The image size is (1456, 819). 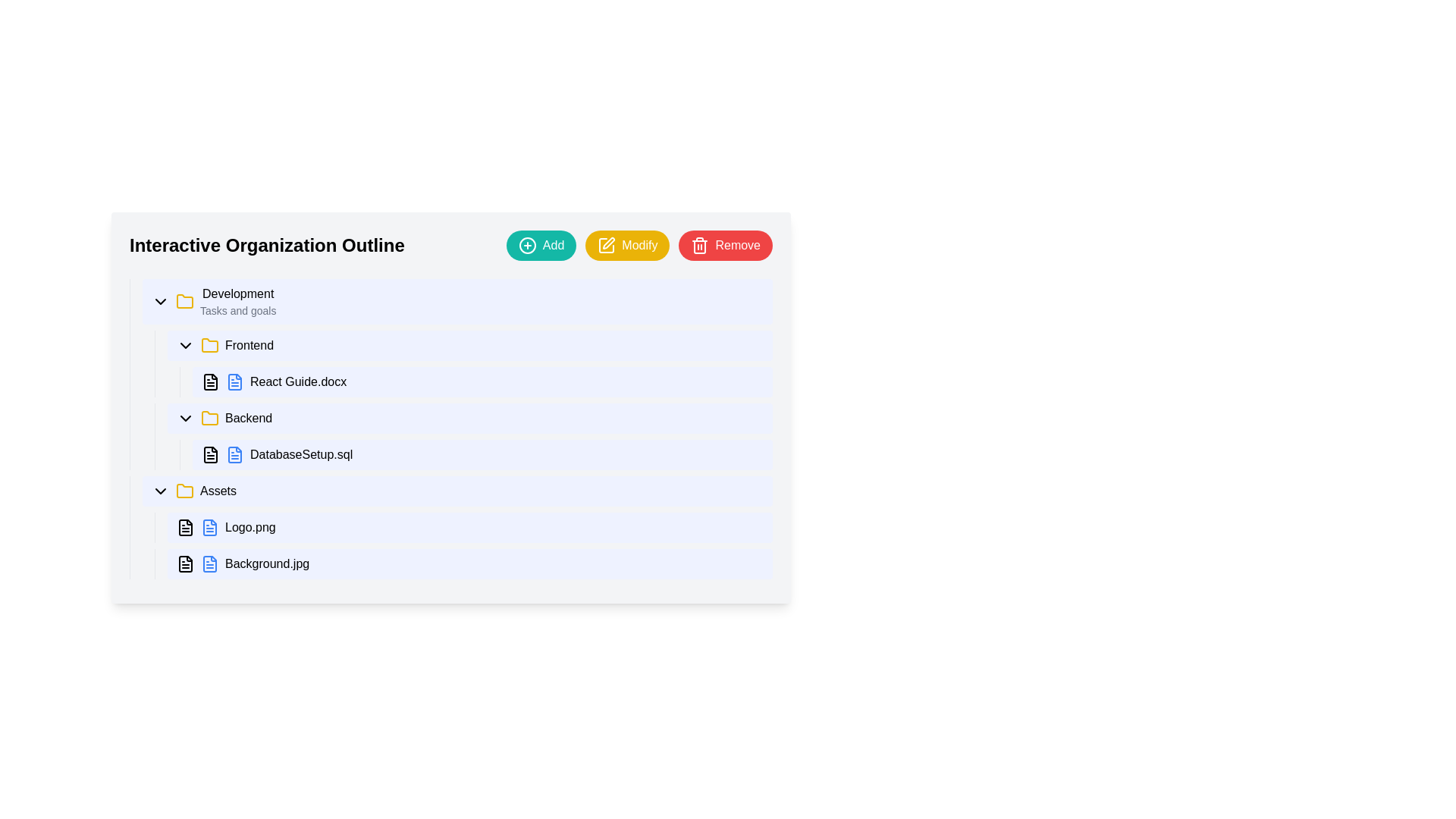 I want to click on the blue-colored document icon within the 'React Guide.docx' row in the 'Frontend' folder of the 'Development' section, so click(x=234, y=381).